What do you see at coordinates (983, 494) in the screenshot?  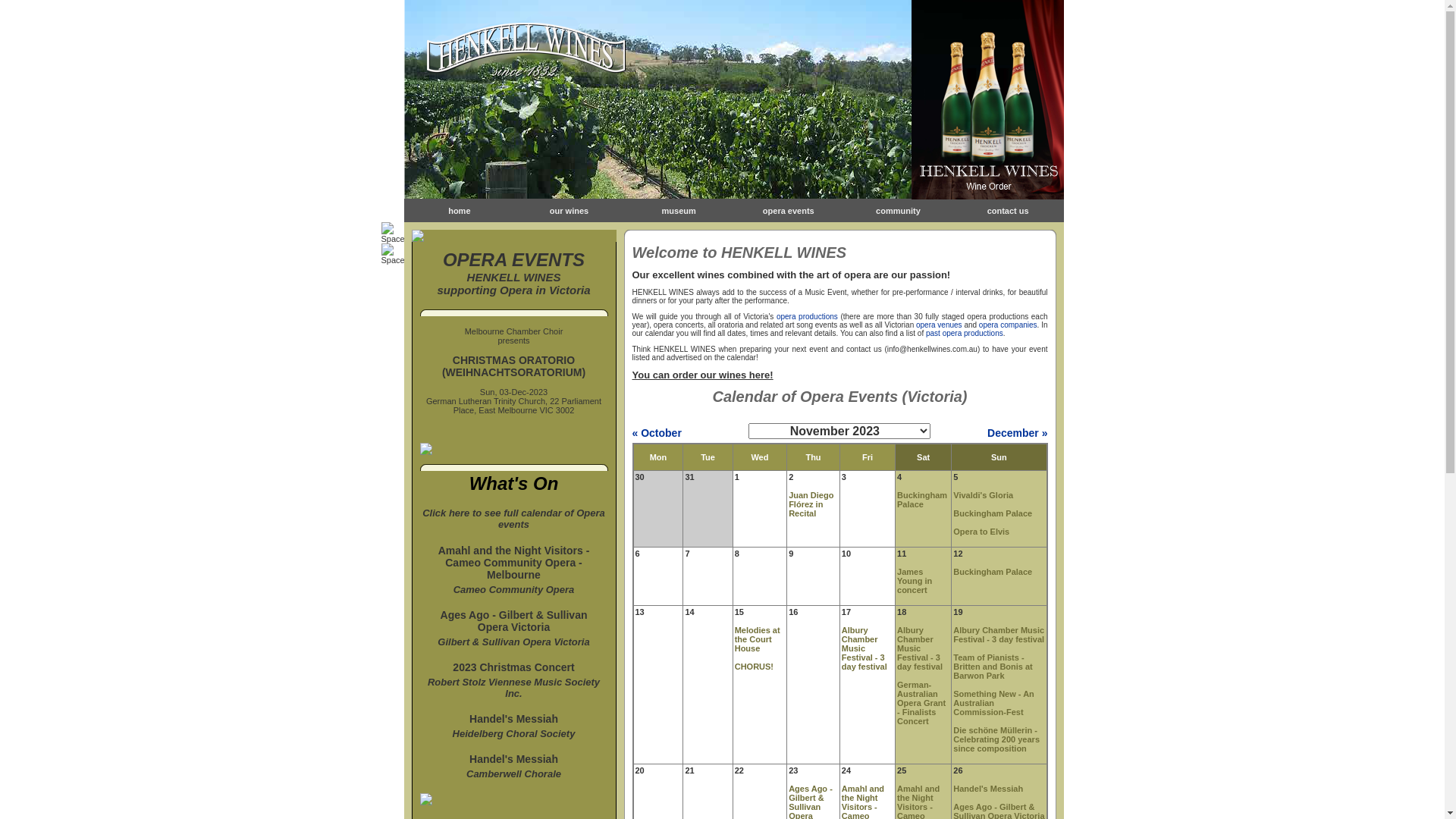 I see `'Vivaldi's Gloria'` at bounding box center [983, 494].